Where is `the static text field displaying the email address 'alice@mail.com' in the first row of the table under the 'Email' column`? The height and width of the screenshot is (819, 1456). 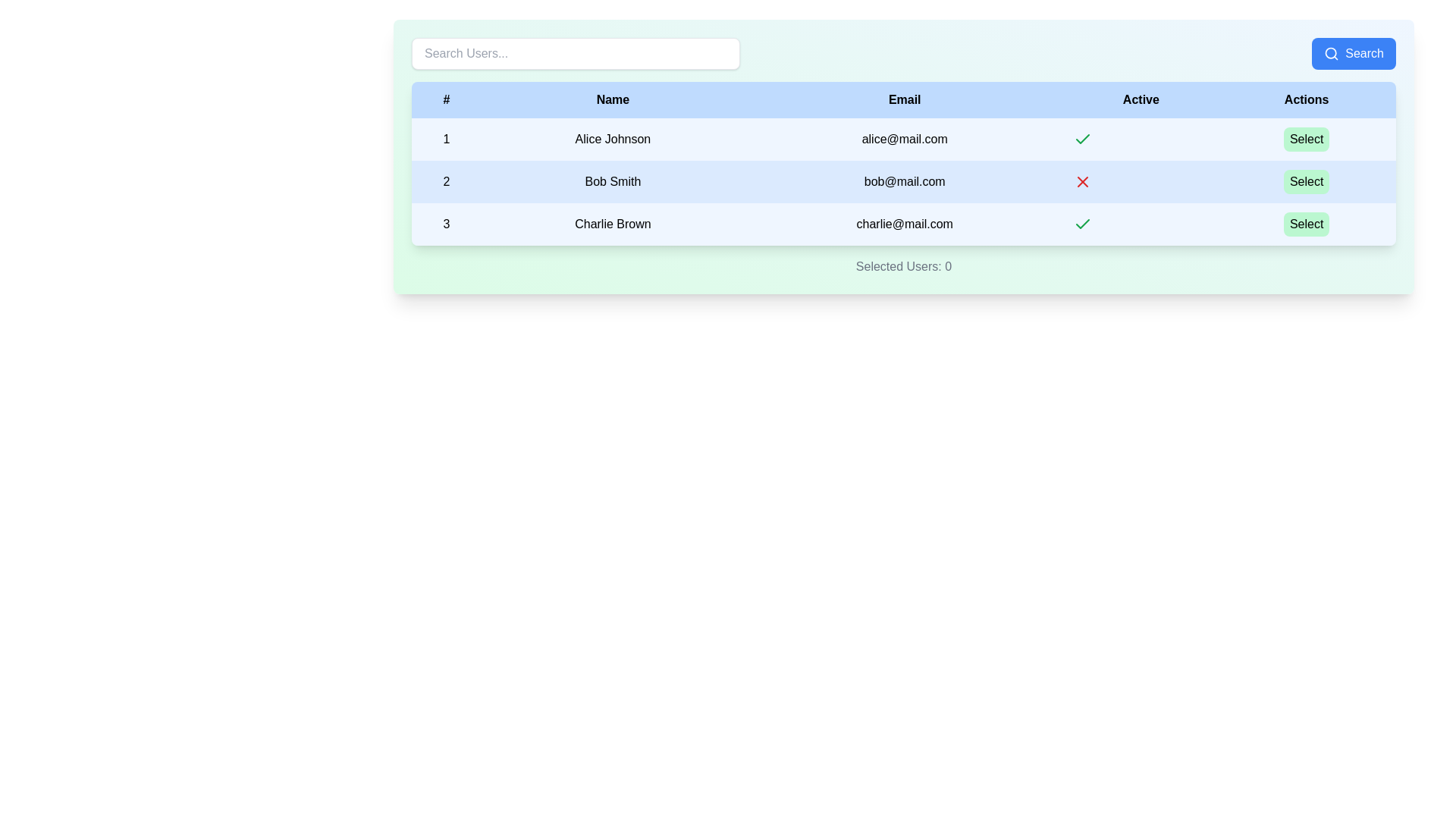 the static text field displaying the email address 'alice@mail.com' in the first row of the table under the 'Email' column is located at coordinates (905, 140).